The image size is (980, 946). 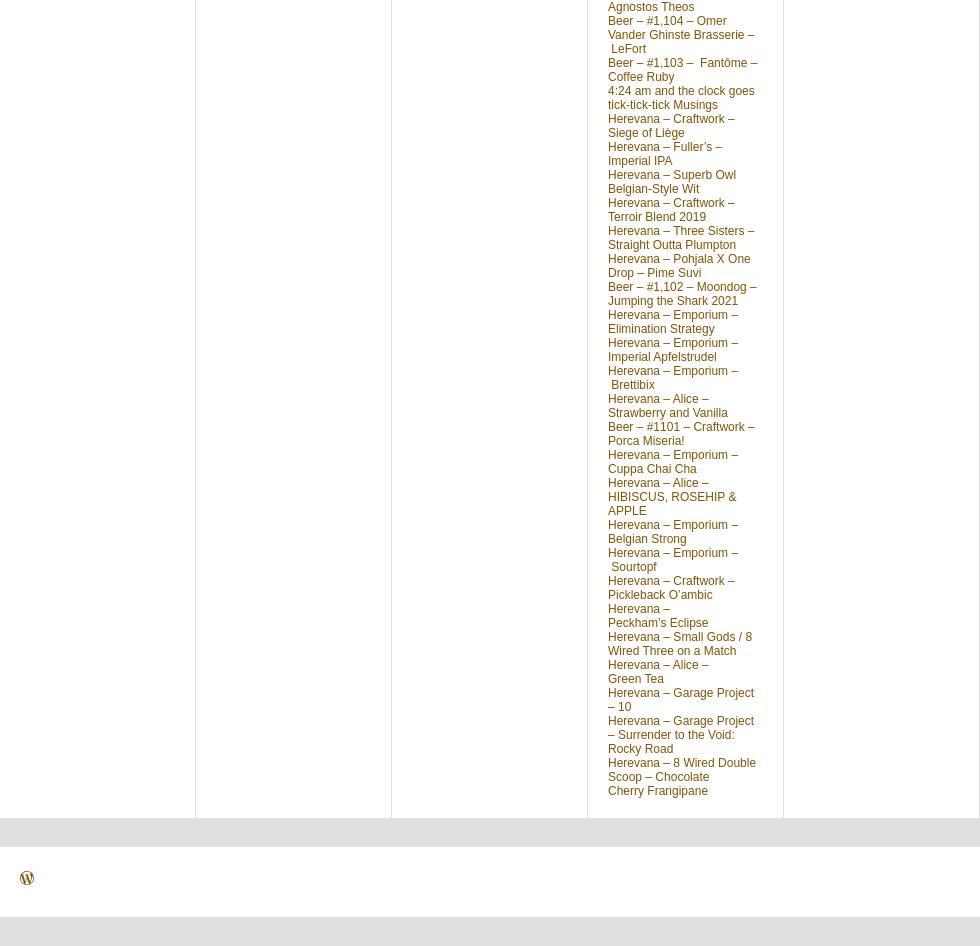 I want to click on 'Beer – #1,102 – Moondog – Jumping the Shark 2021', so click(x=681, y=293).